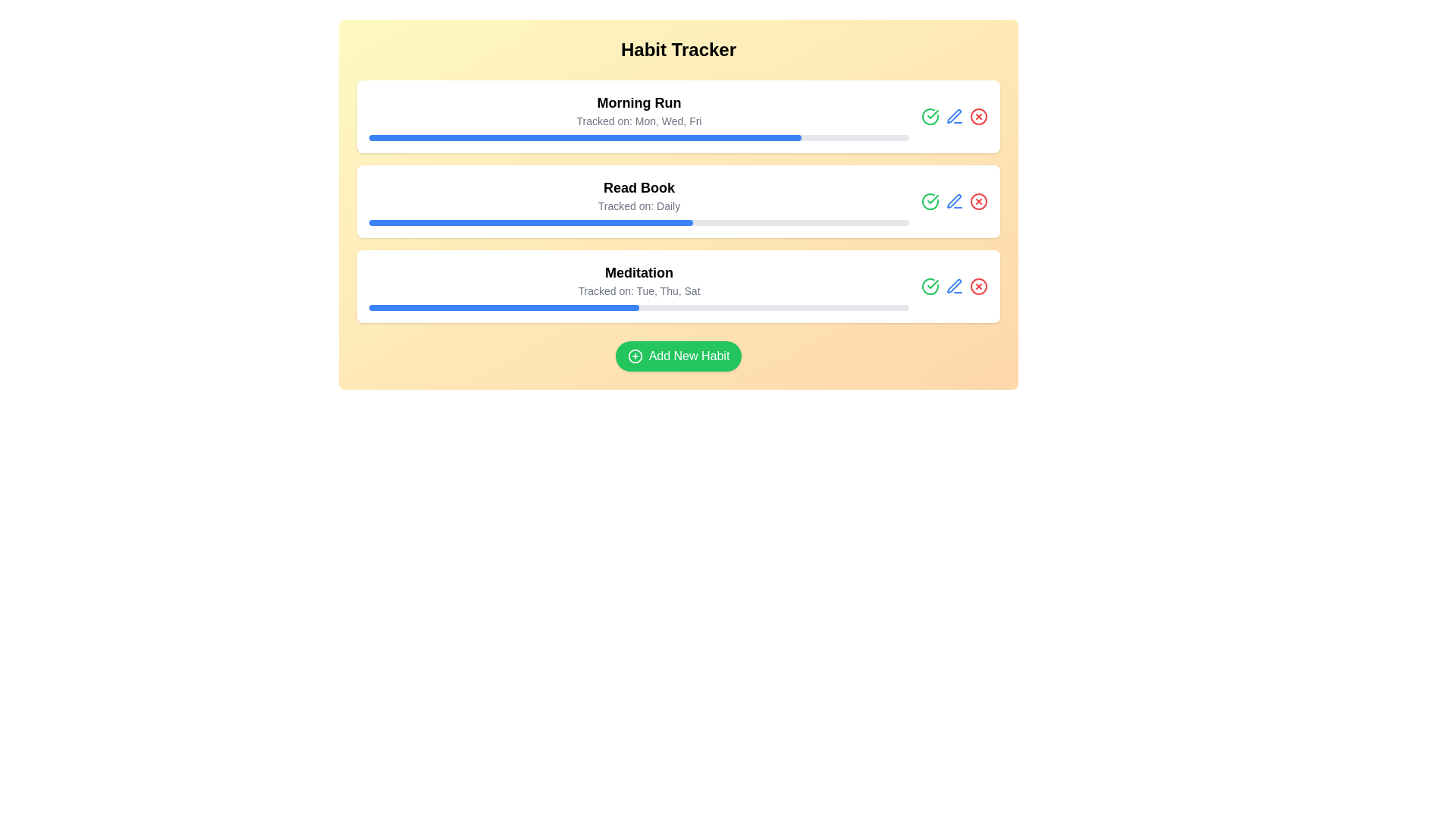 Image resolution: width=1456 pixels, height=819 pixels. What do you see at coordinates (979, 287) in the screenshot?
I see `the delete button located as the third icon in the rightmost section of the habit tracker interface, next to the 'Meditation' habit` at bounding box center [979, 287].